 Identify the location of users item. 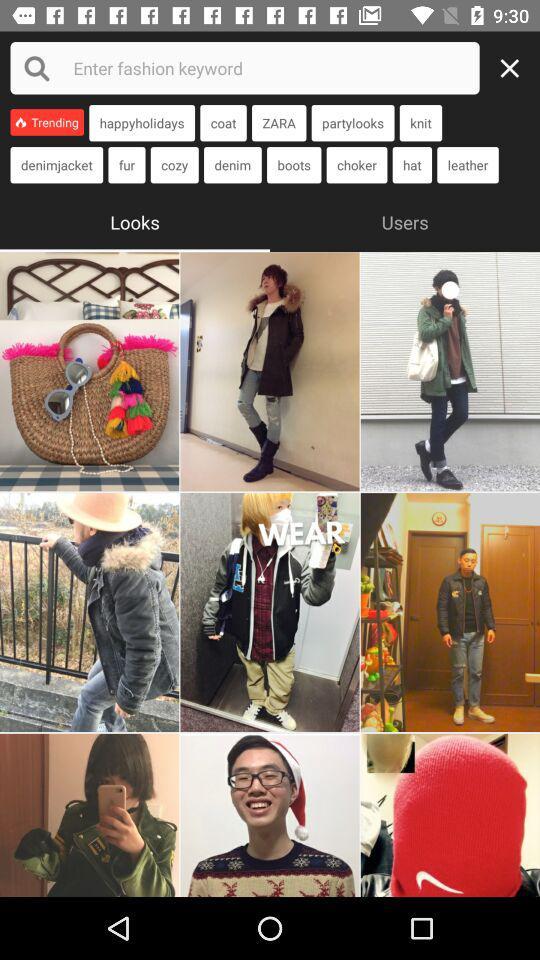
(405, 220).